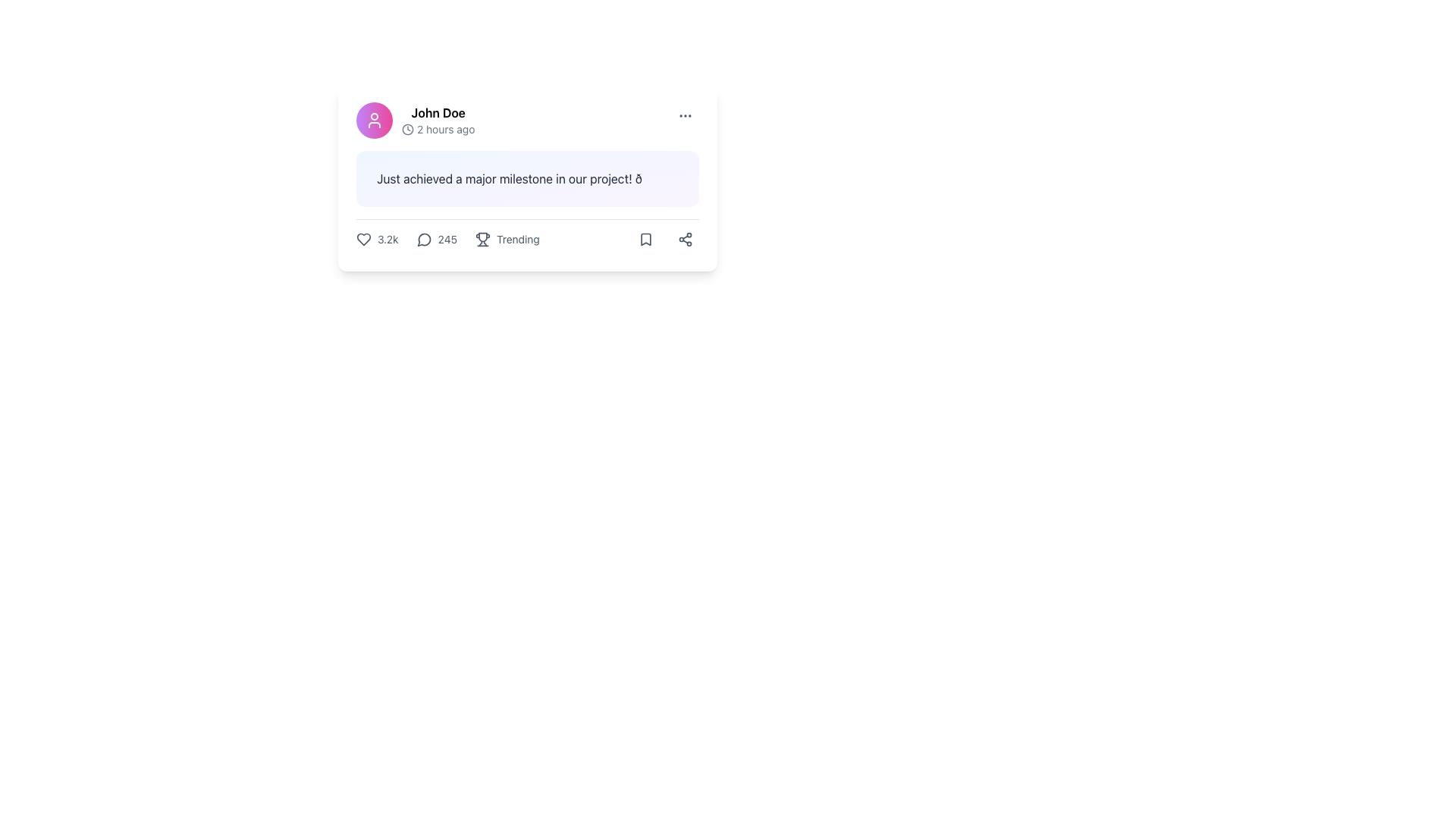  What do you see at coordinates (375, 119) in the screenshot?
I see `the Avatar icon, which is a circular icon with a gradient background transitioning from purple to pink, containing a white user silhouette graphic` at bounding box center [375, 119].